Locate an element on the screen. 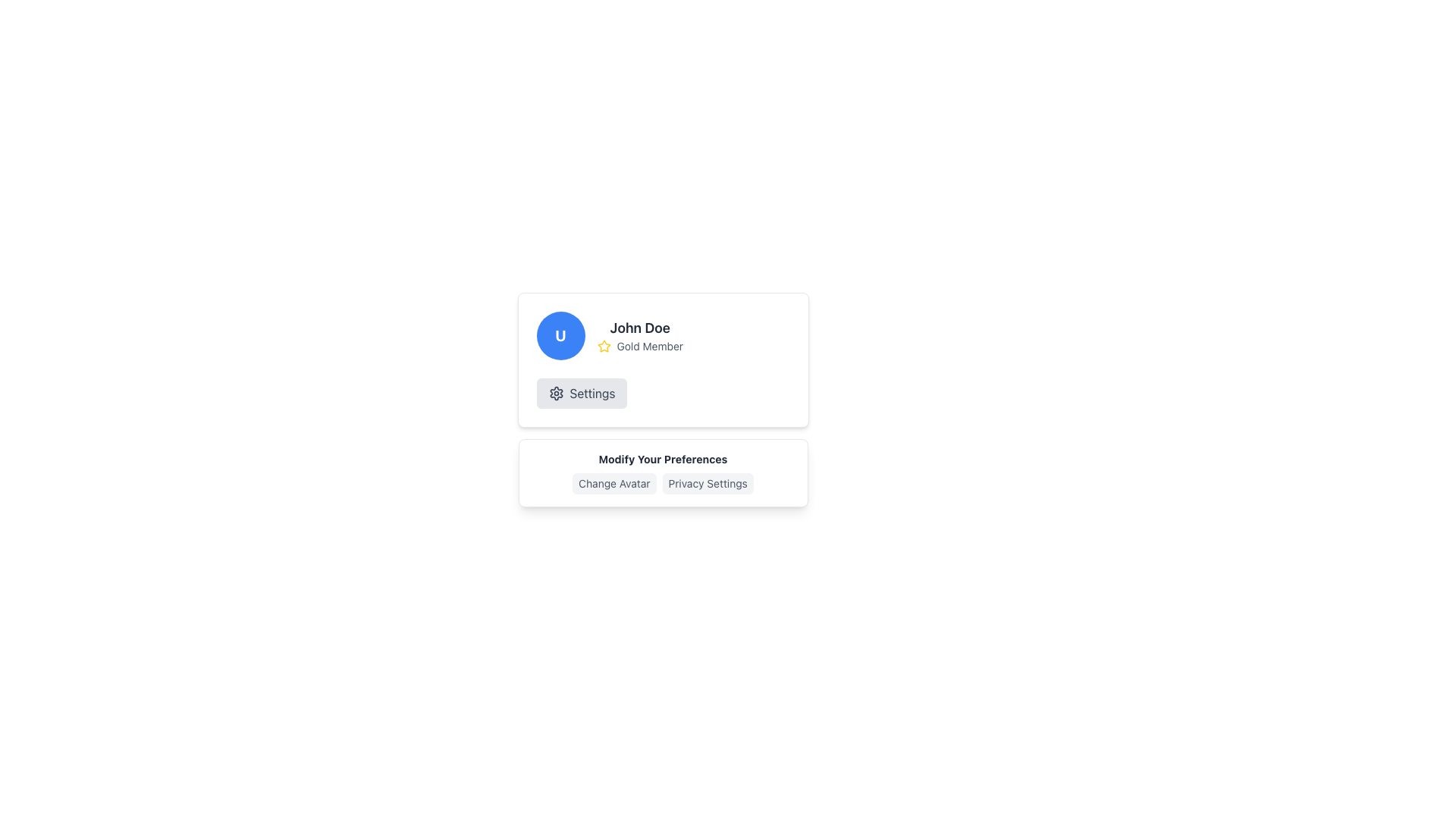  the profile avatar change button located below the 'Modify Your Preferences' header and to the left of the 'Privacy Settings' button is located at coordinates (614, 483).